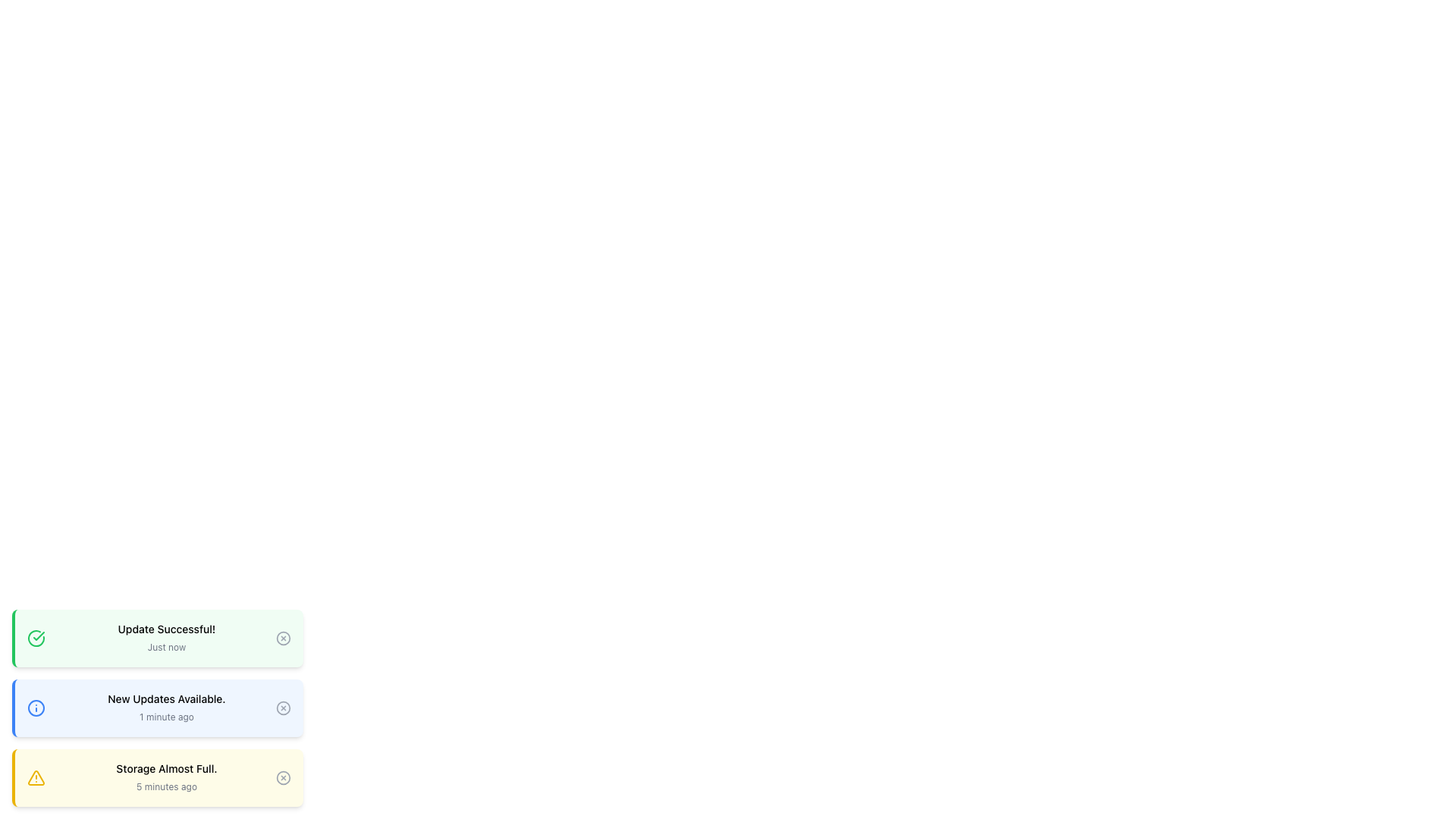 Image resolution: width=1456 pixels, height=819 pixels. What do you see at coordinates (167, 717) in the screenshot?
I see `the text label that reads '1 minute ago', which is styled in light gray and positioned below the title 'New Updates Available.'` at bounding box center [167, 717].